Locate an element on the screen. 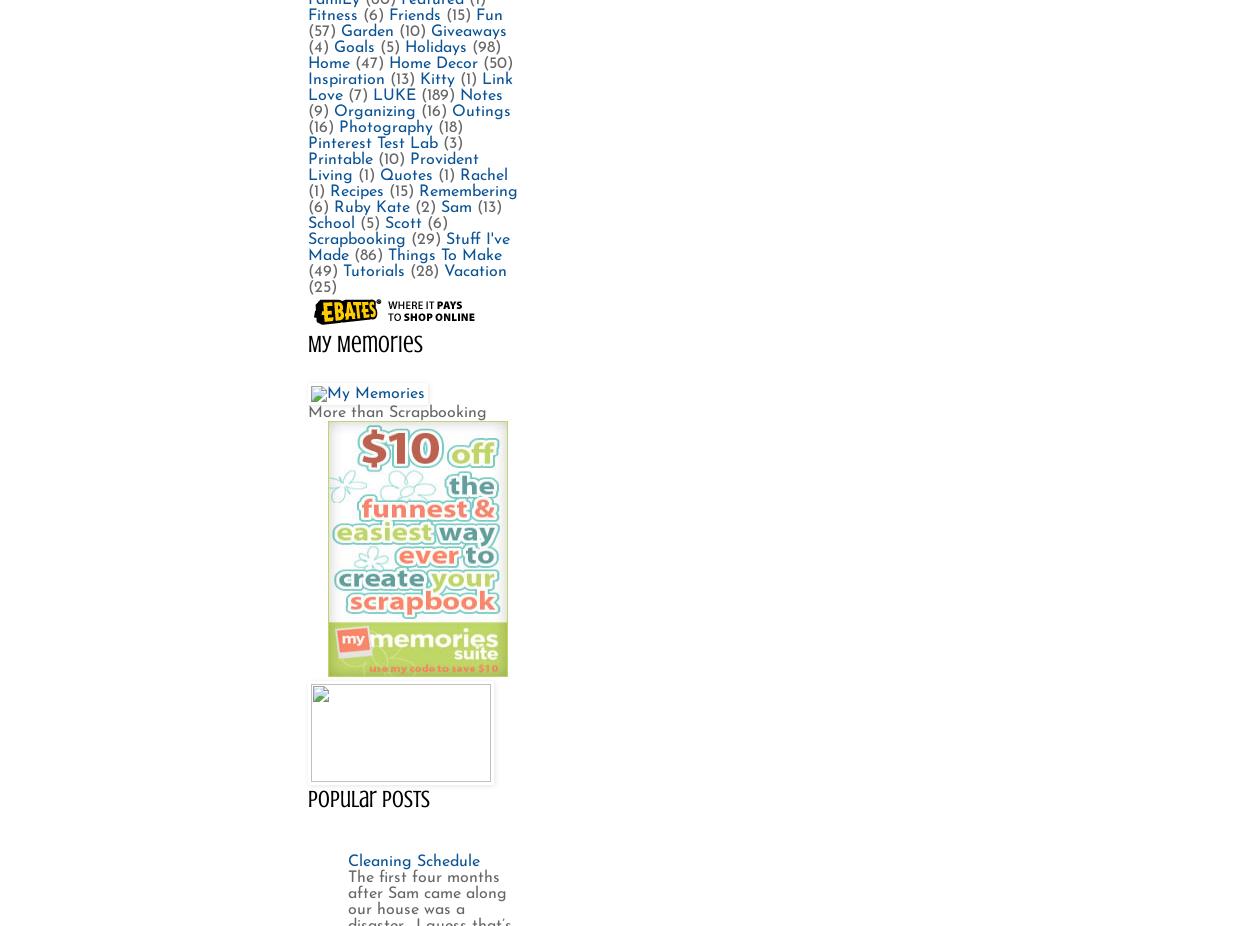 Image resolution: width=1258 pixels, height=926 pixels. '(2)' is located at coordinates (424, 205).